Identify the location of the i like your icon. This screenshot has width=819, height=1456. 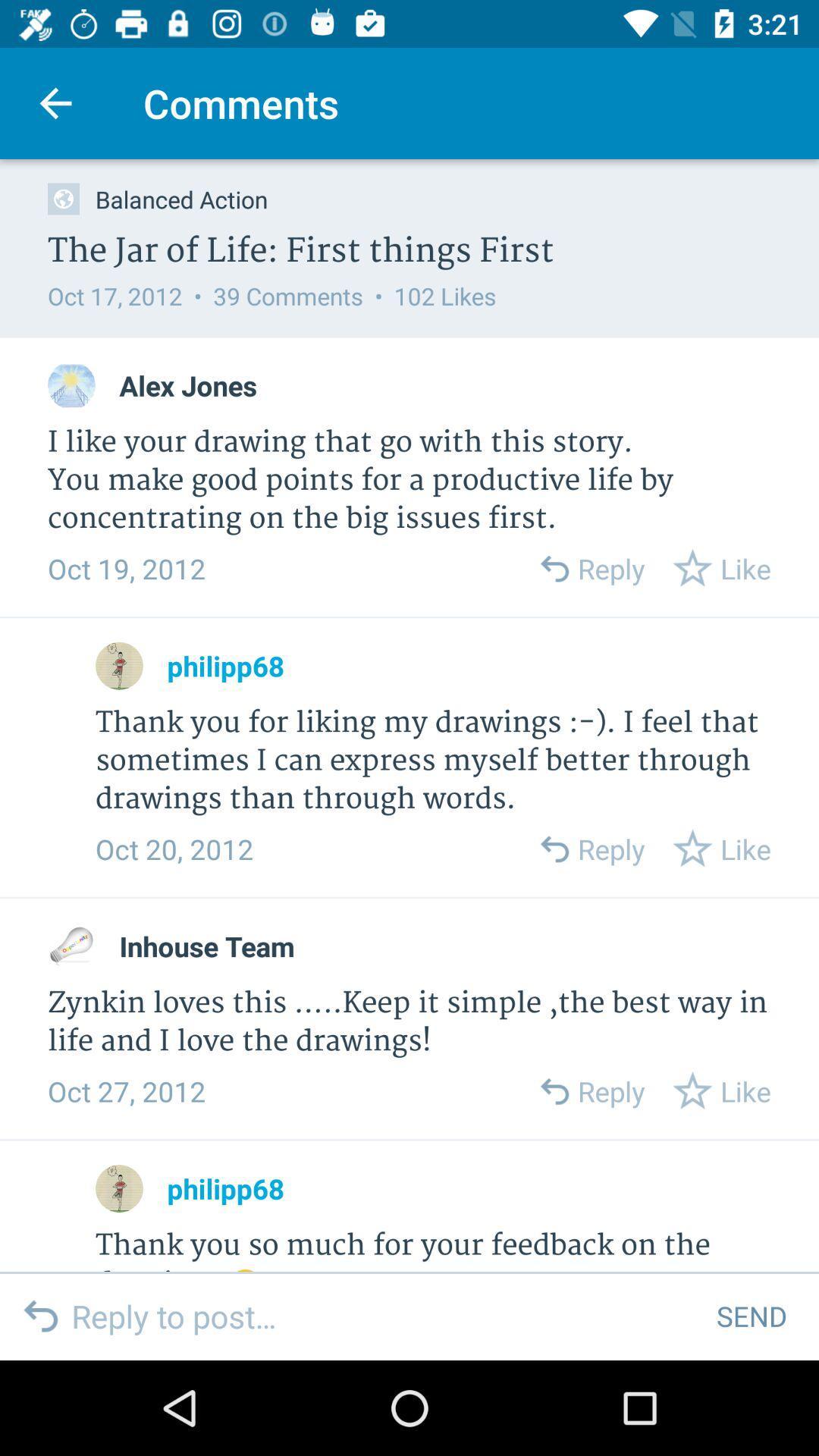
(409, 480).